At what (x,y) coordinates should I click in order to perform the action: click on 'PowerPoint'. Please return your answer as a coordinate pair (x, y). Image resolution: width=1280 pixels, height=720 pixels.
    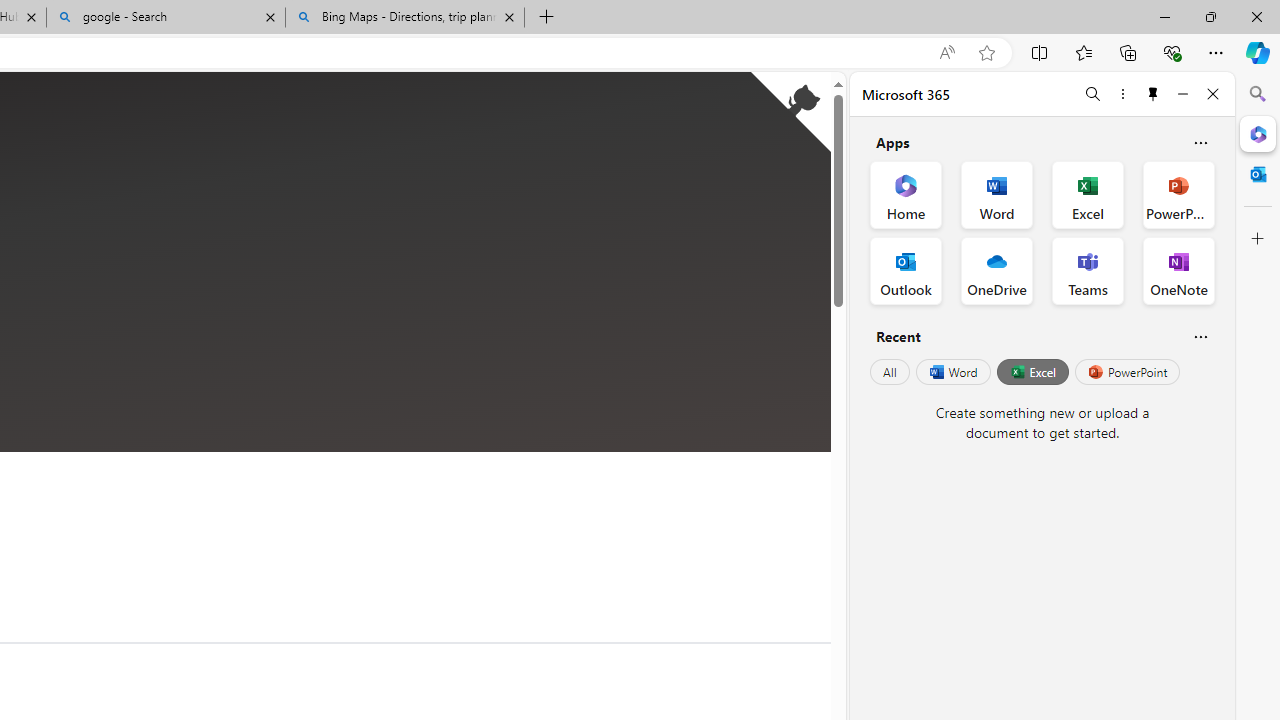
    Looking at the image, I should click on (1127, 372).